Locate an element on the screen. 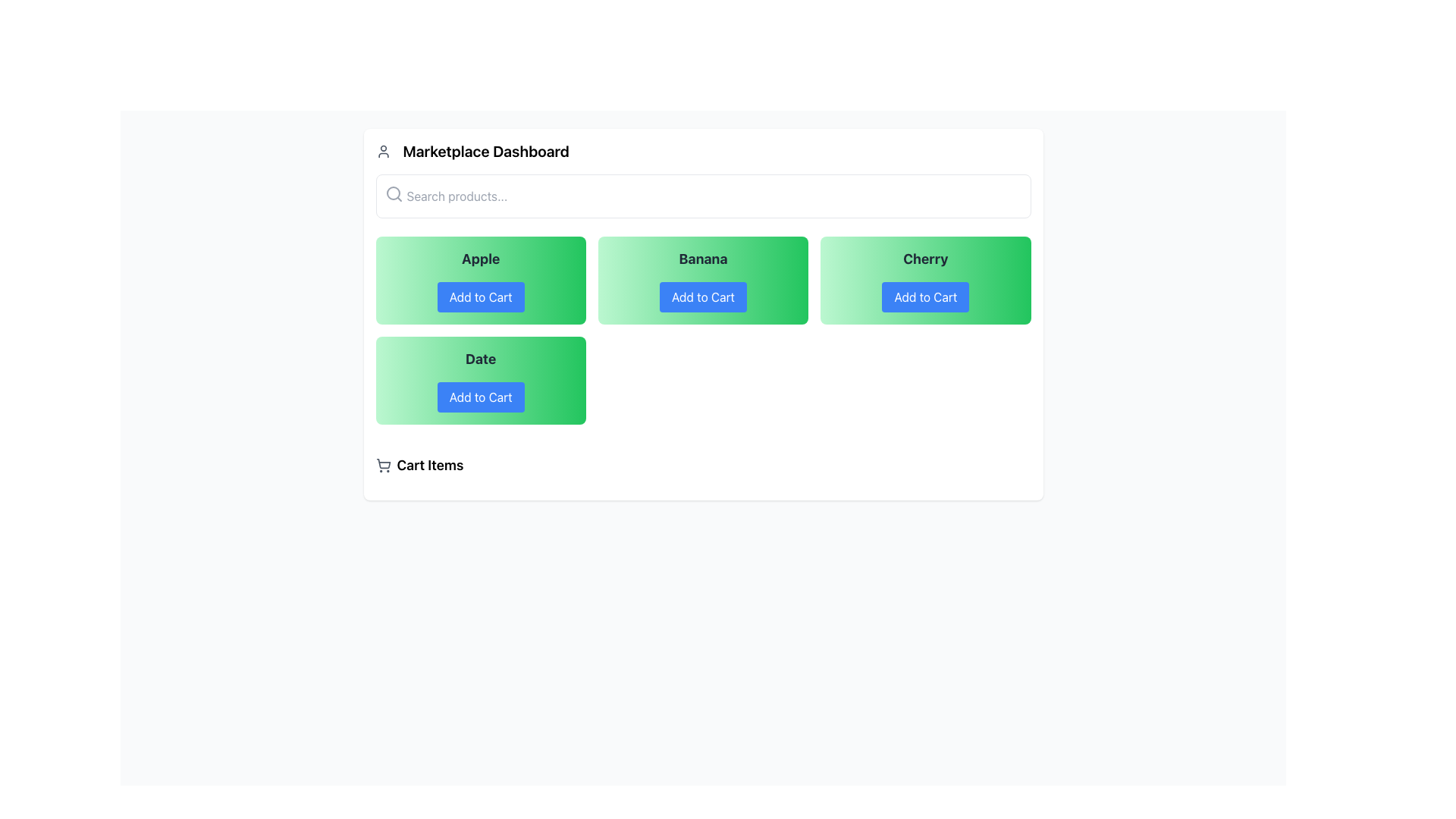 Image resolution: width=1456 pixels, height=819 pixels. the 'Add to Cart' button with white text on a blue background, located below the 'Banana' label, to trigger the hover state is located at coordinates (702, 297).